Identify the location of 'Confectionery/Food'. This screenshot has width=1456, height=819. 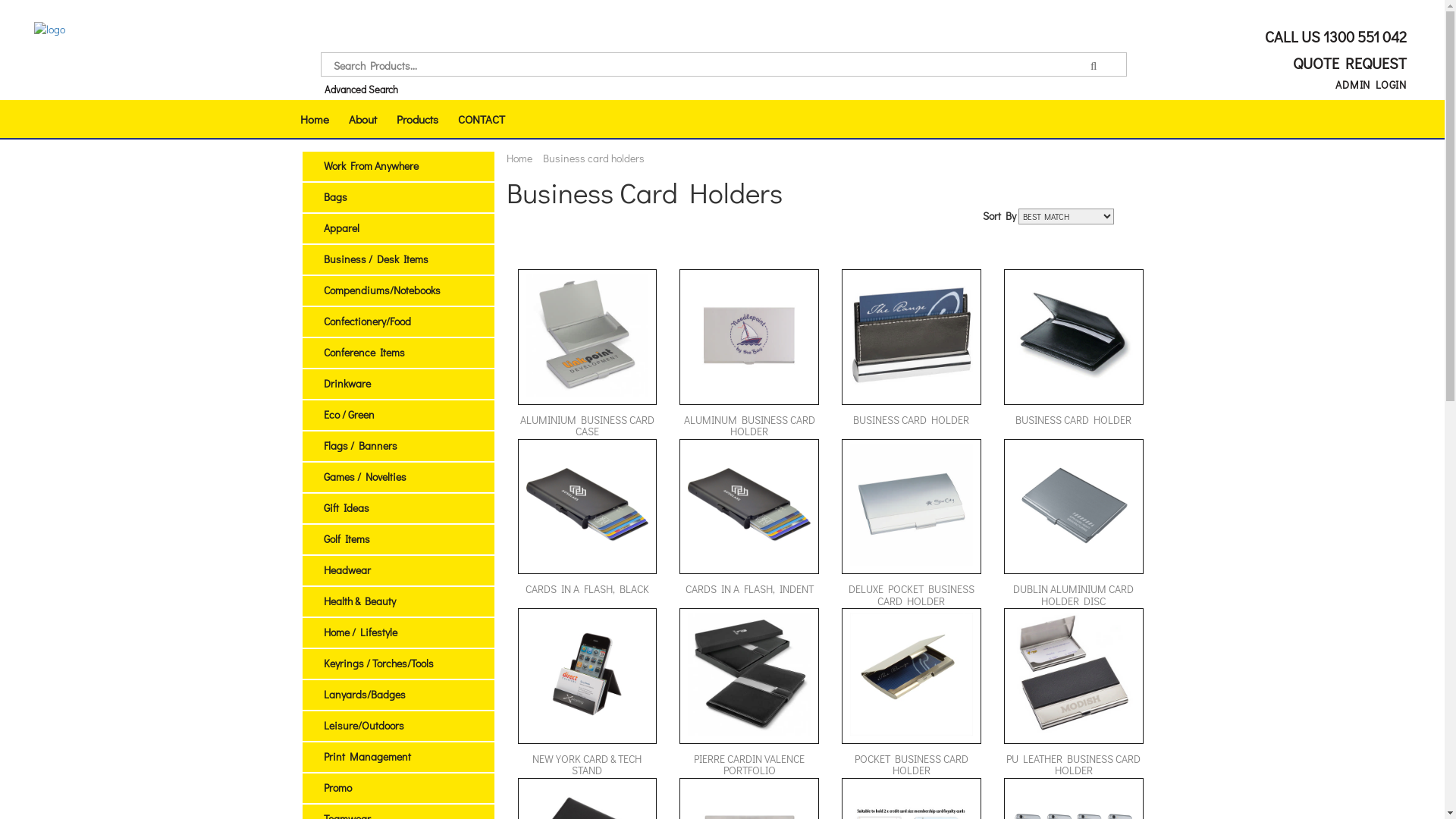
(366, 320).